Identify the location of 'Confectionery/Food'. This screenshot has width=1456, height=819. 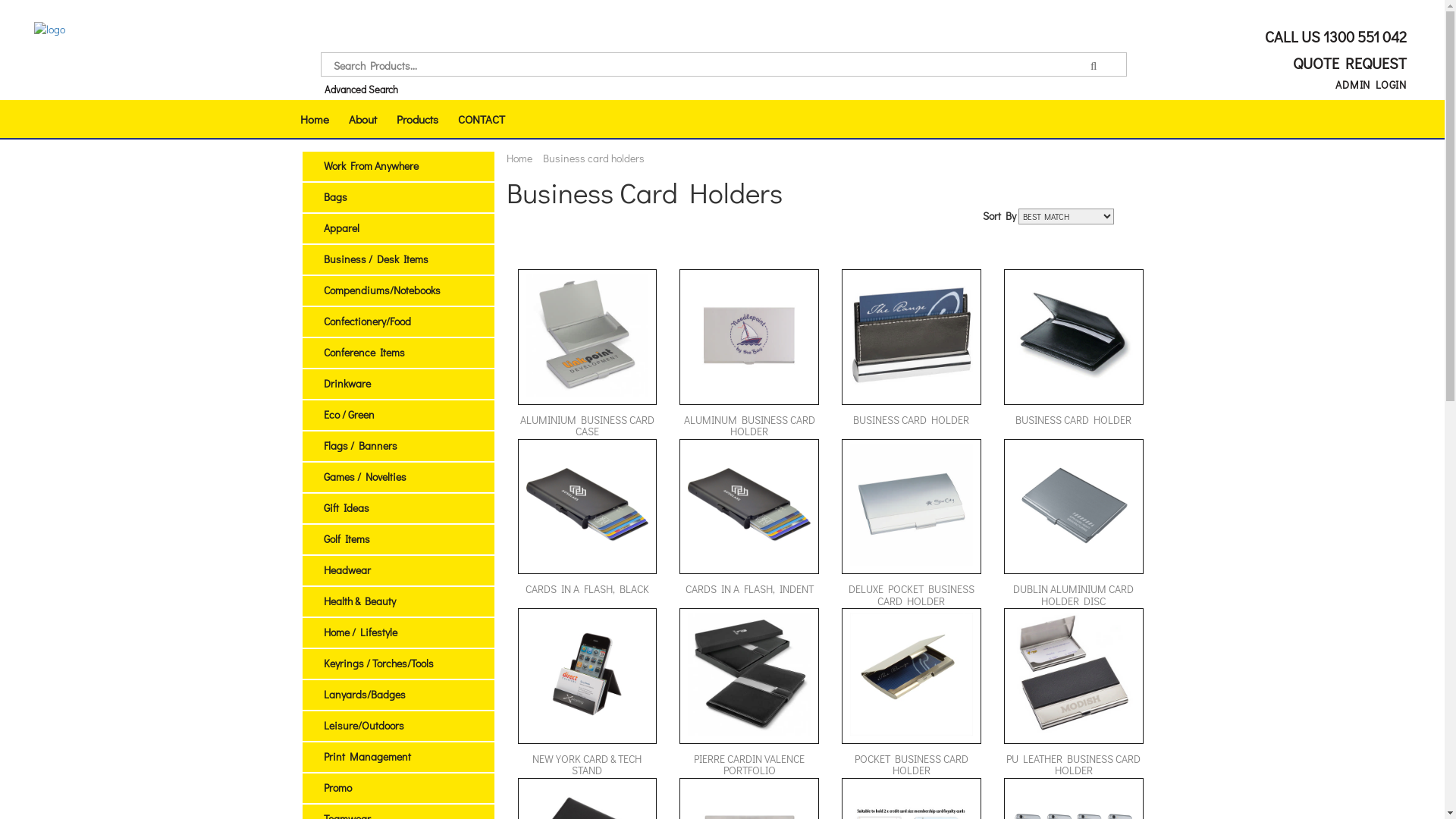
(366, 320).